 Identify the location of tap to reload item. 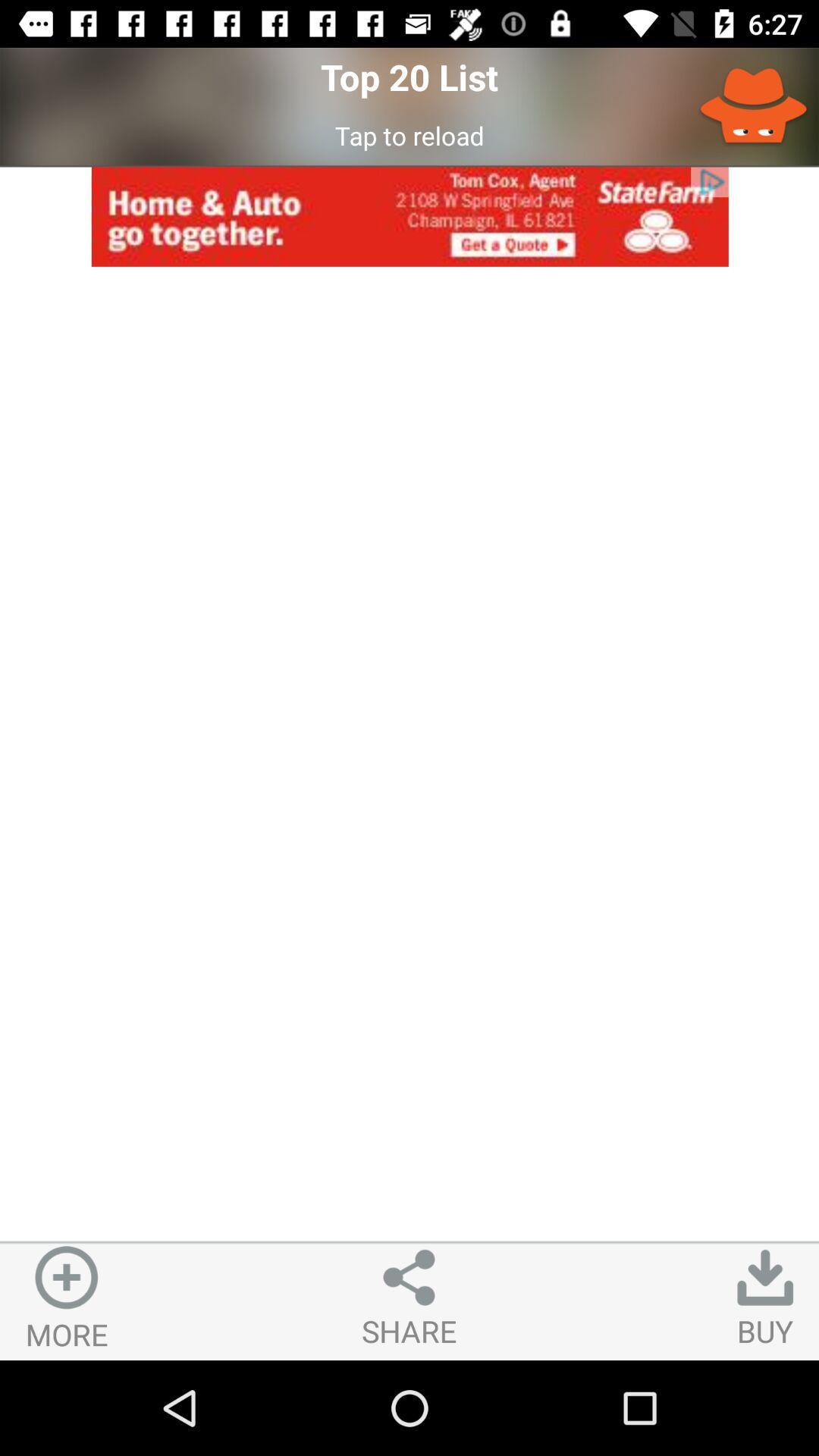
(409, 135).